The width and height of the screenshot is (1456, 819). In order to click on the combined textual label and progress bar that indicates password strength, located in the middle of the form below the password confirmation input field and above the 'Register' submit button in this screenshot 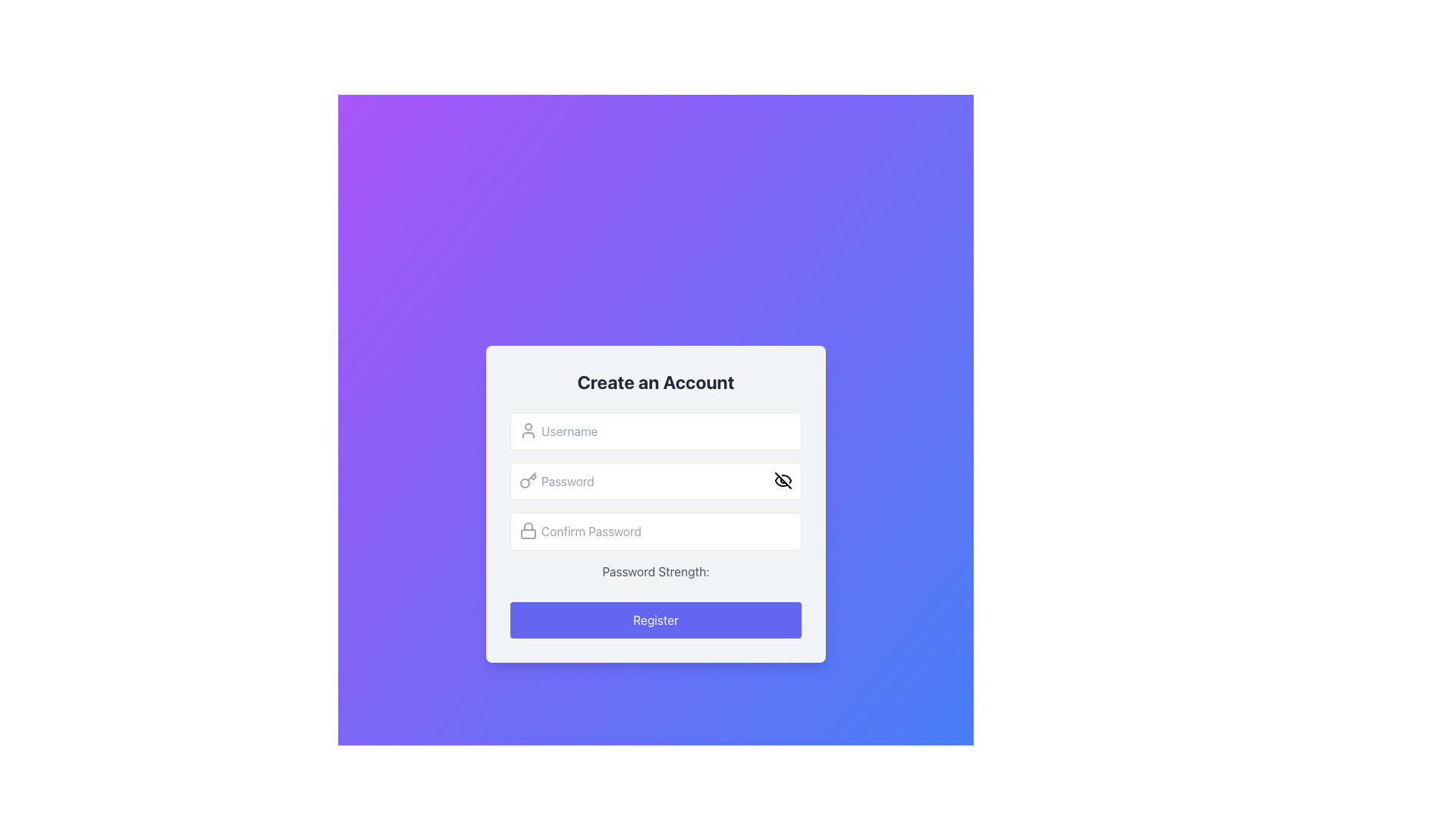, I will do `click(655, 576)`.